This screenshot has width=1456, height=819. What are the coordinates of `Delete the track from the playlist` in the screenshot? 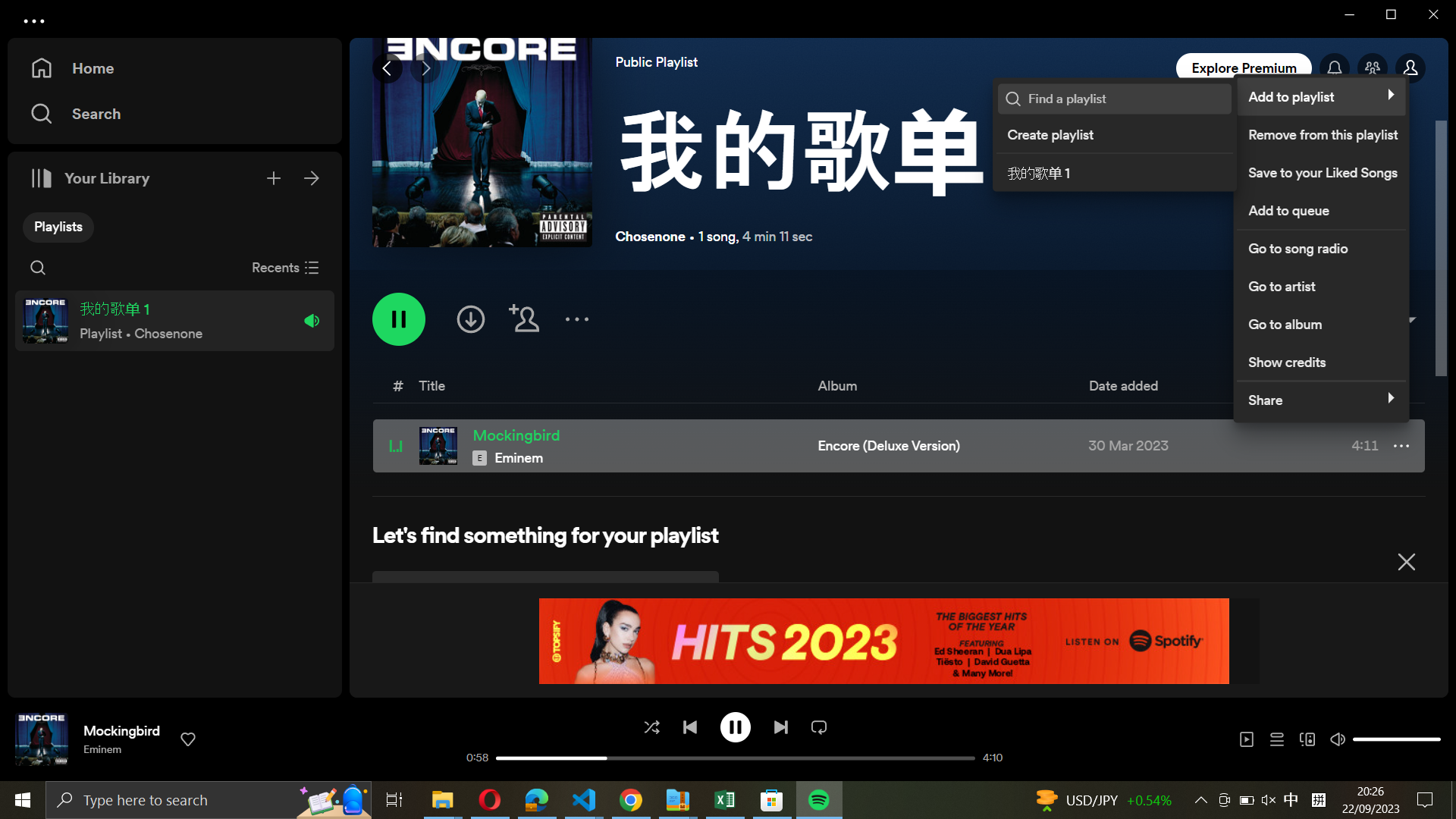 It's located at (1320, 130).